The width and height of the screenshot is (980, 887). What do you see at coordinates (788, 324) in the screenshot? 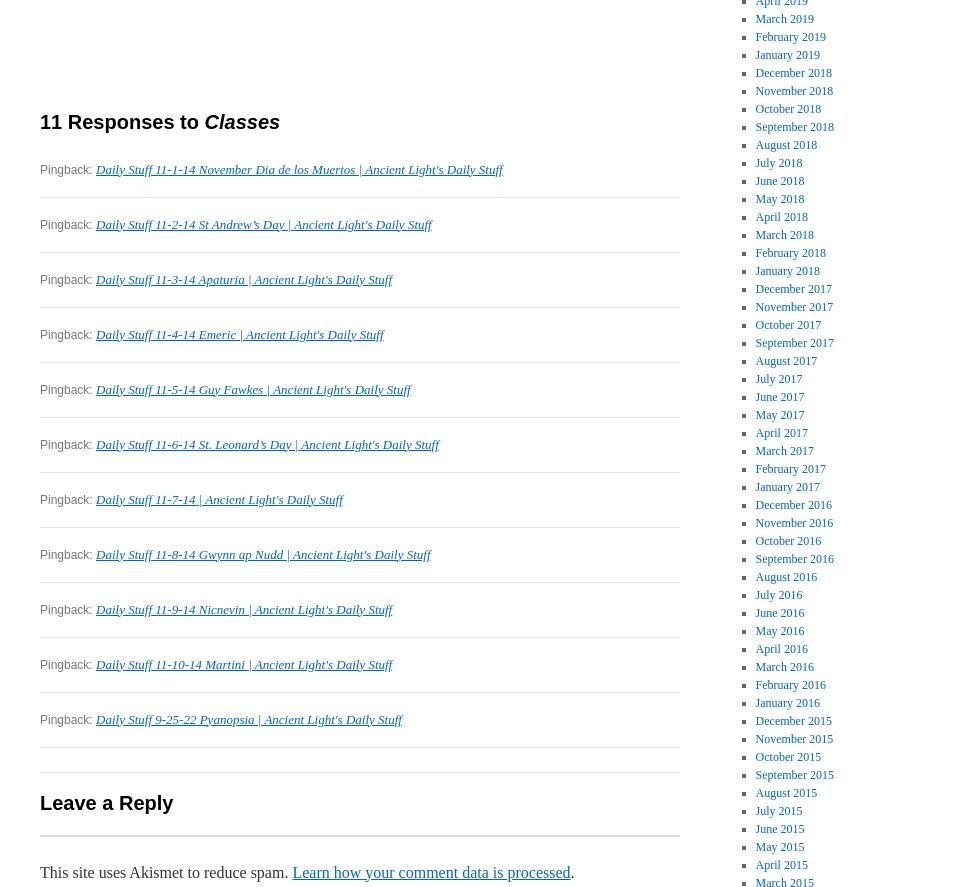
I see `'October 2017'` at bounding box center [788, 324].